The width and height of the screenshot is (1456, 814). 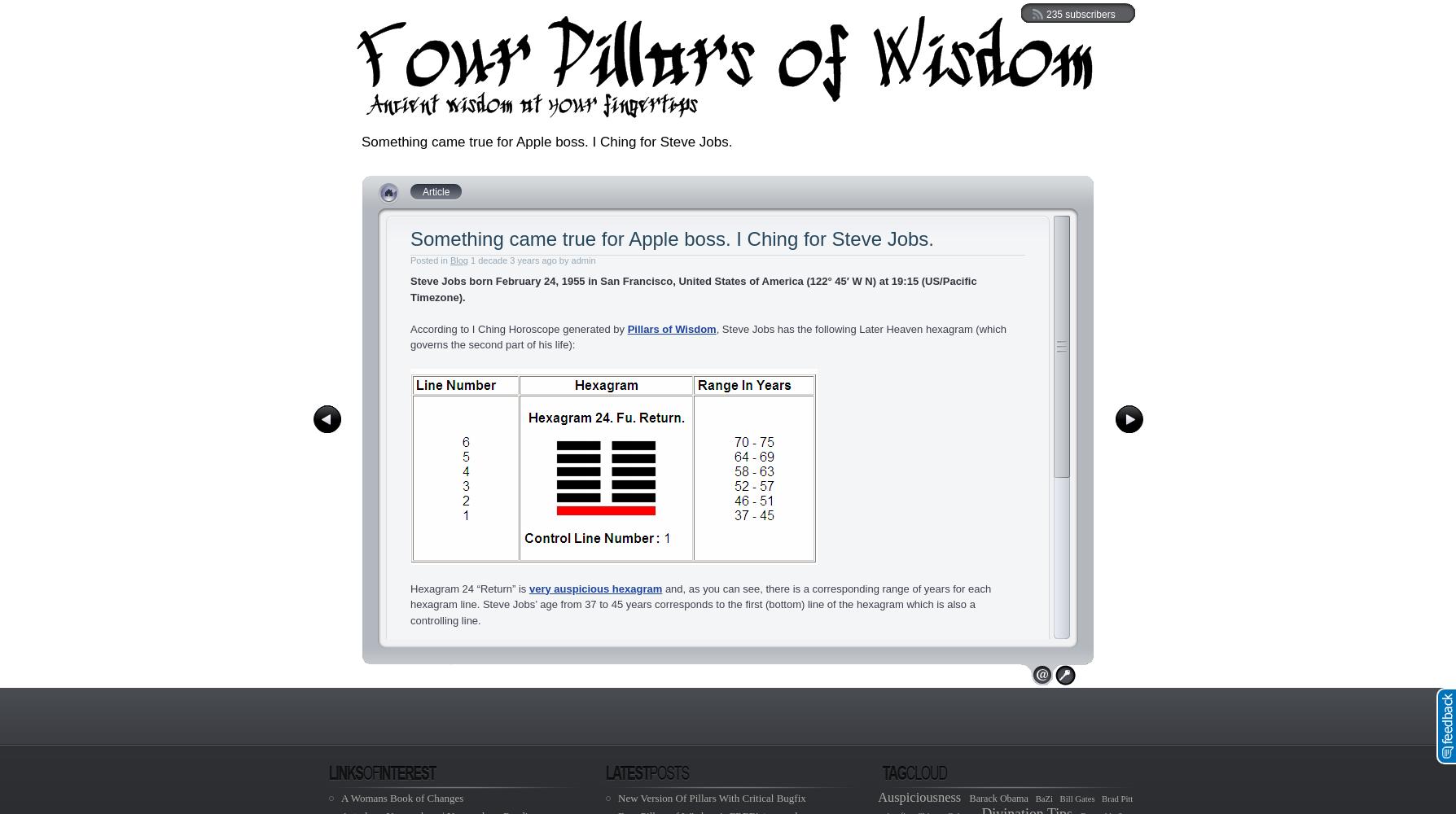 I want to click on 'Bill Gates', so click(x=1076, y=798).